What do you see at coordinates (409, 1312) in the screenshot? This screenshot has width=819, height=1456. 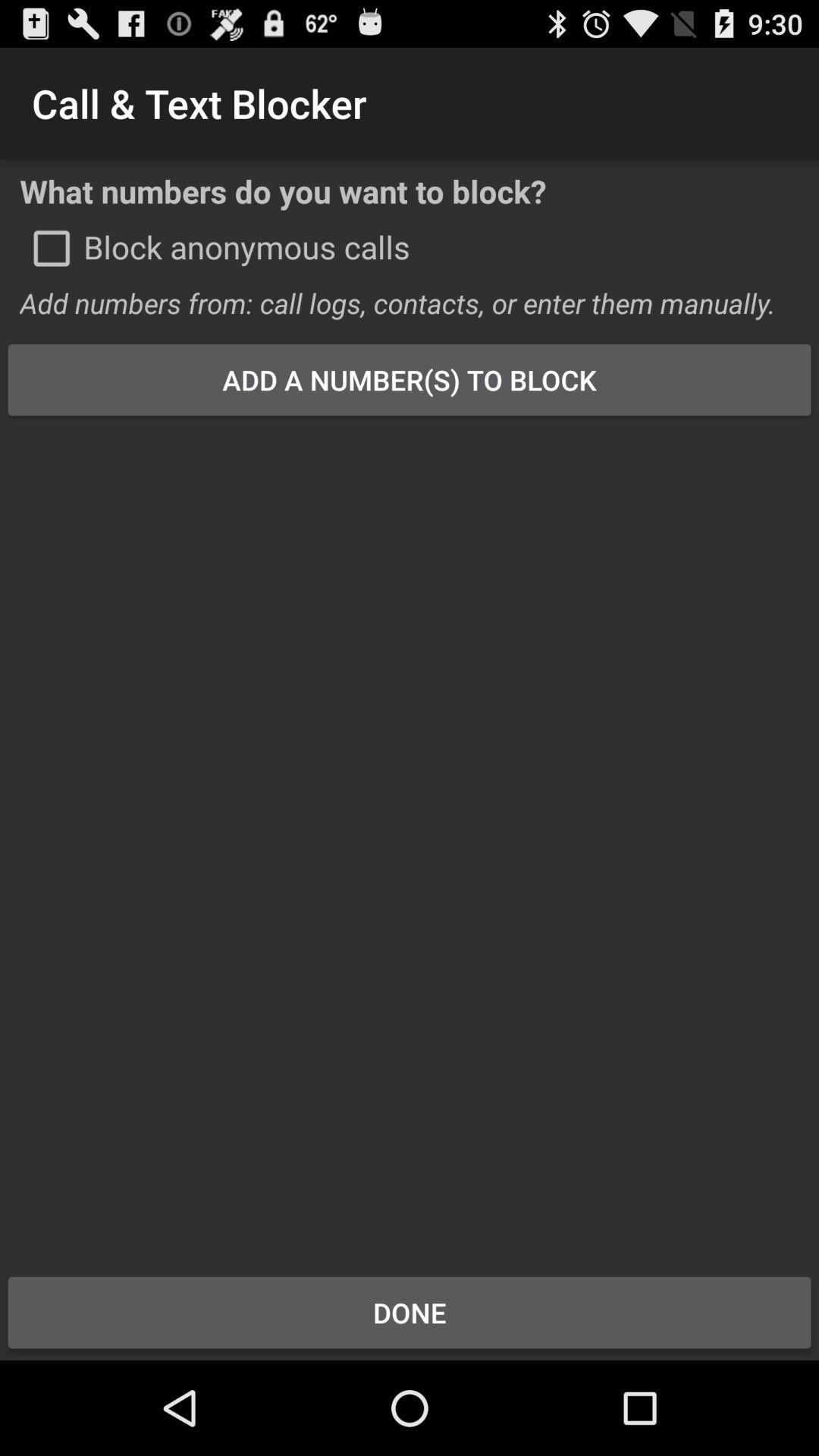 I see `button at the bottom` at bounding box center [409, 1312].